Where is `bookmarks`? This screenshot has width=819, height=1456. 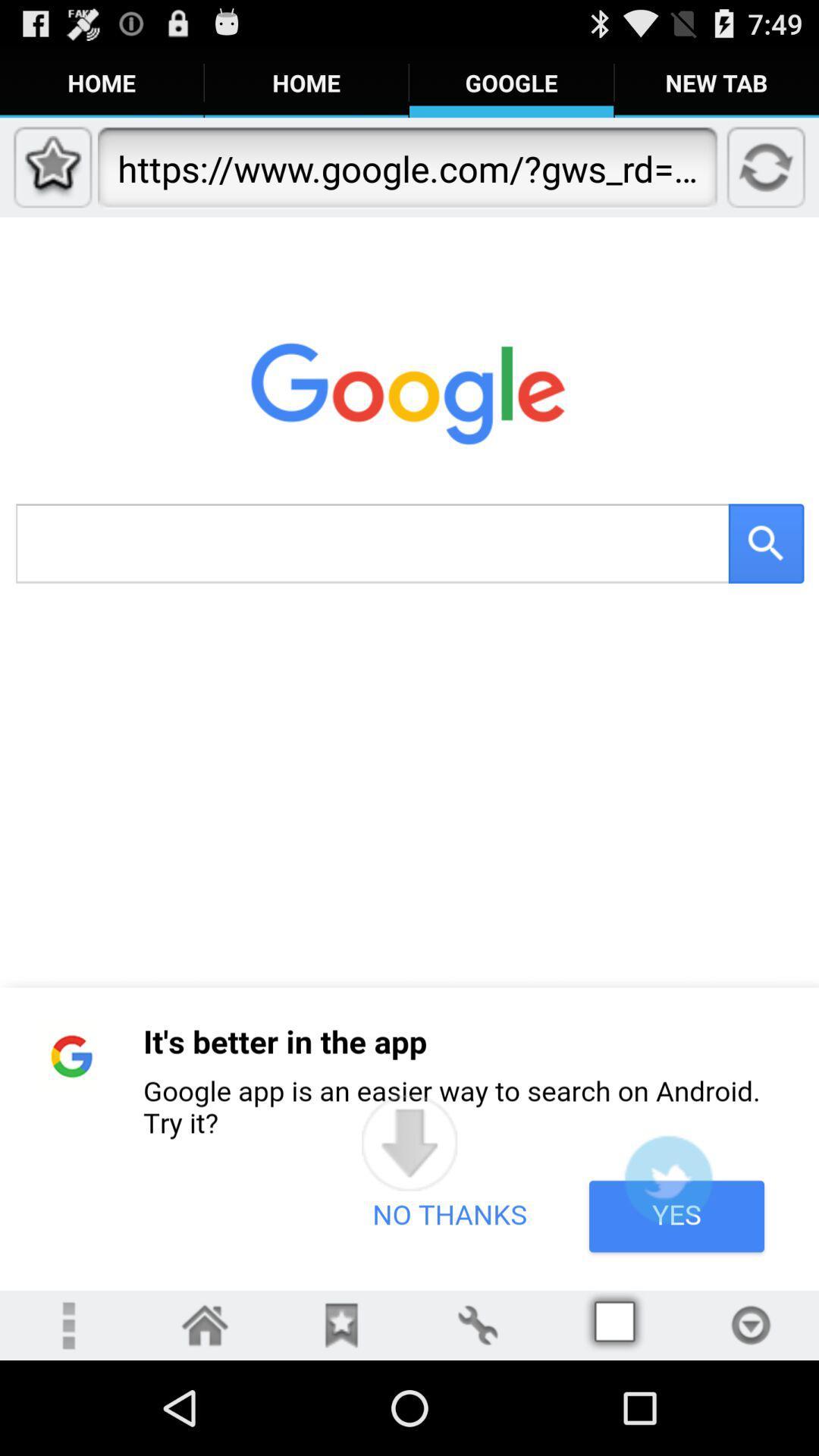 bookmarks is located at coordinates (341, 1324).